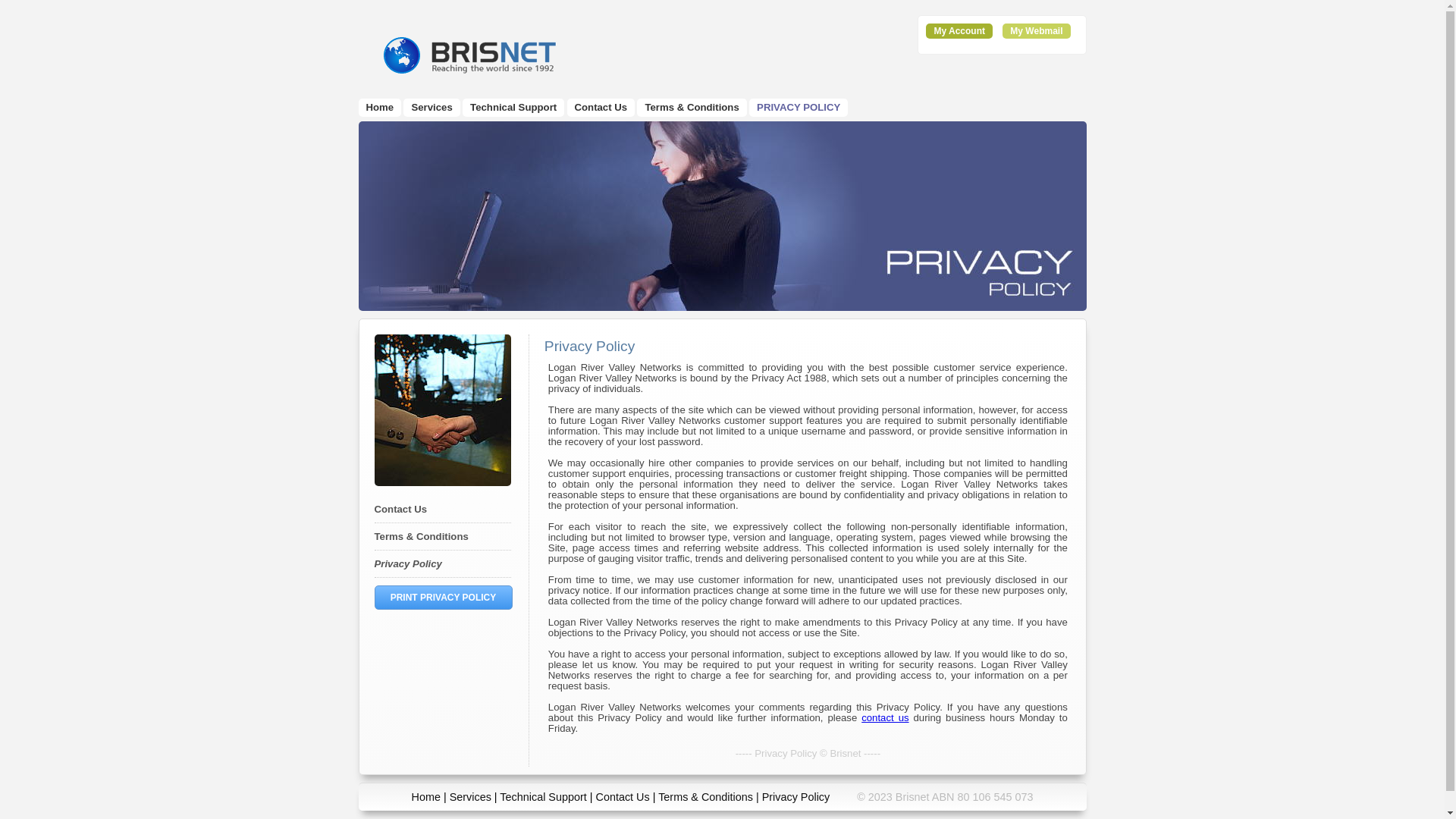 Image resolution: width=1456 pixels, height=819 pixels. What do you see at coordinates (469, 795) in the screenshot?
I see `'Services'` at bounding box center [469, 795].